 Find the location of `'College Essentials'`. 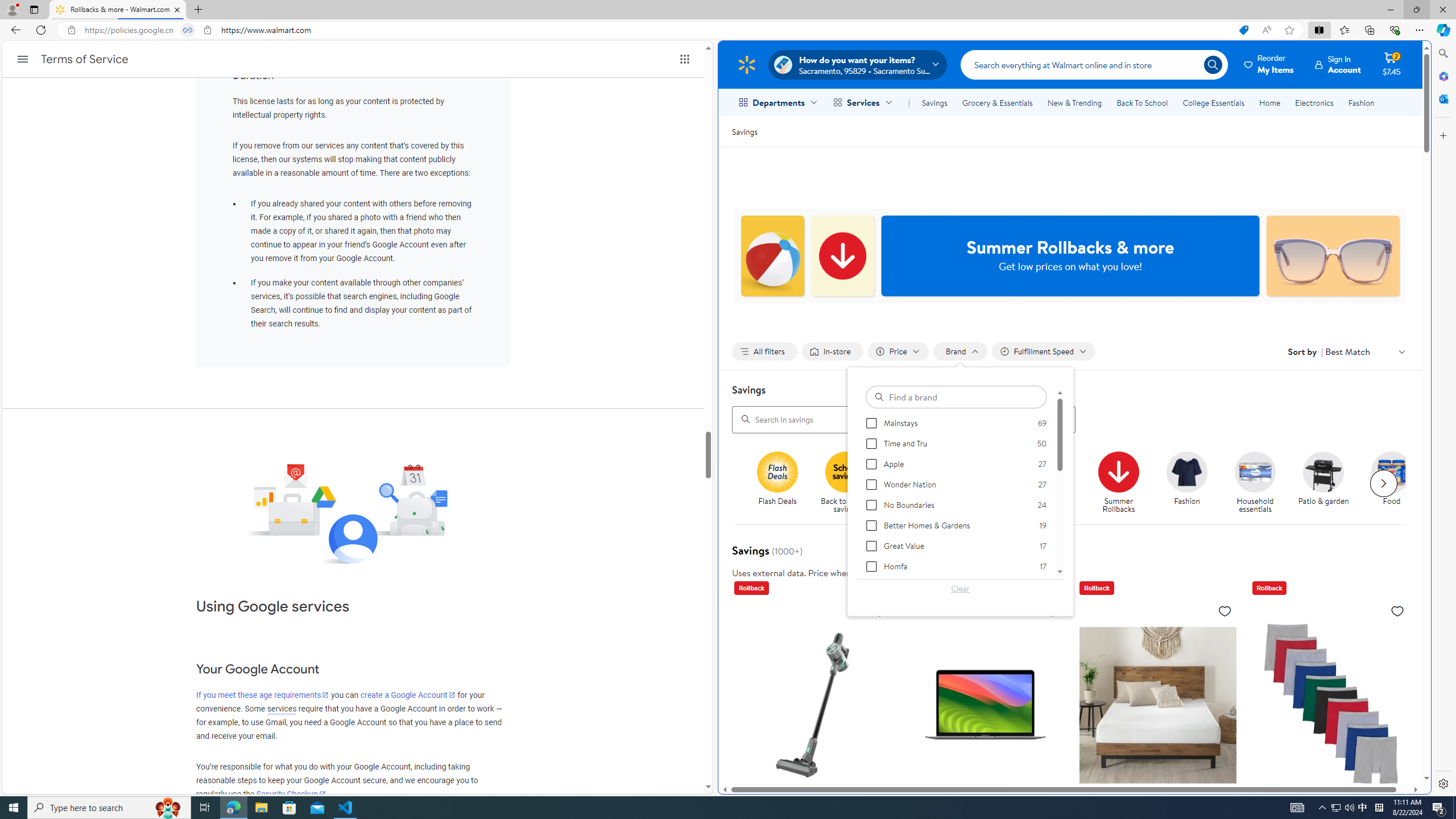

'College Essentials' is located at coordinates (1213, 102).